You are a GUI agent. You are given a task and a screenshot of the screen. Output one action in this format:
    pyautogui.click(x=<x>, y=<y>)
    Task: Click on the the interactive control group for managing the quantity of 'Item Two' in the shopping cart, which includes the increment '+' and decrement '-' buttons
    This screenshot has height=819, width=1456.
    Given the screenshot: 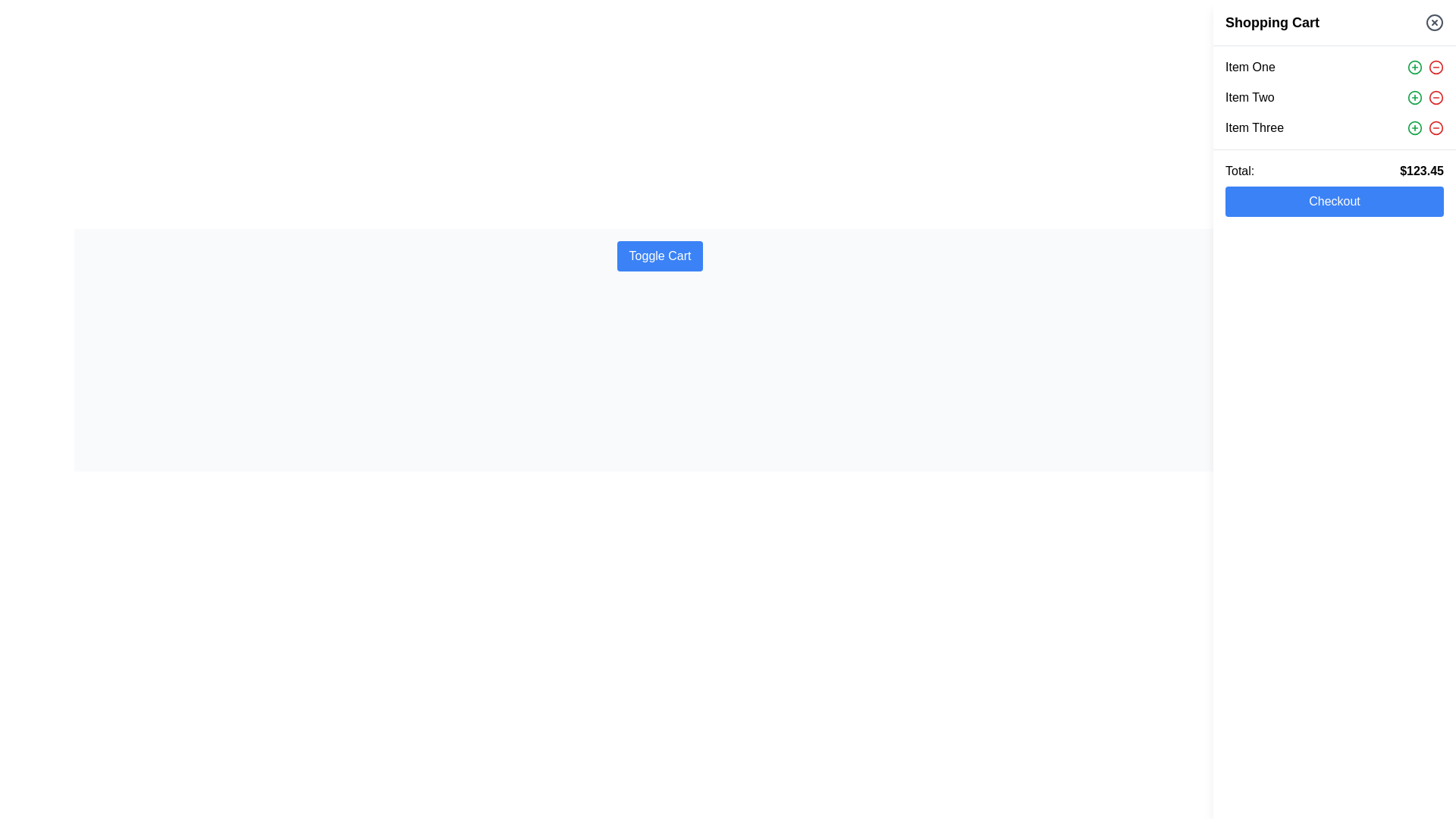 What is the action you would take?
    pyautogui.click(x=1425, y=97)
    